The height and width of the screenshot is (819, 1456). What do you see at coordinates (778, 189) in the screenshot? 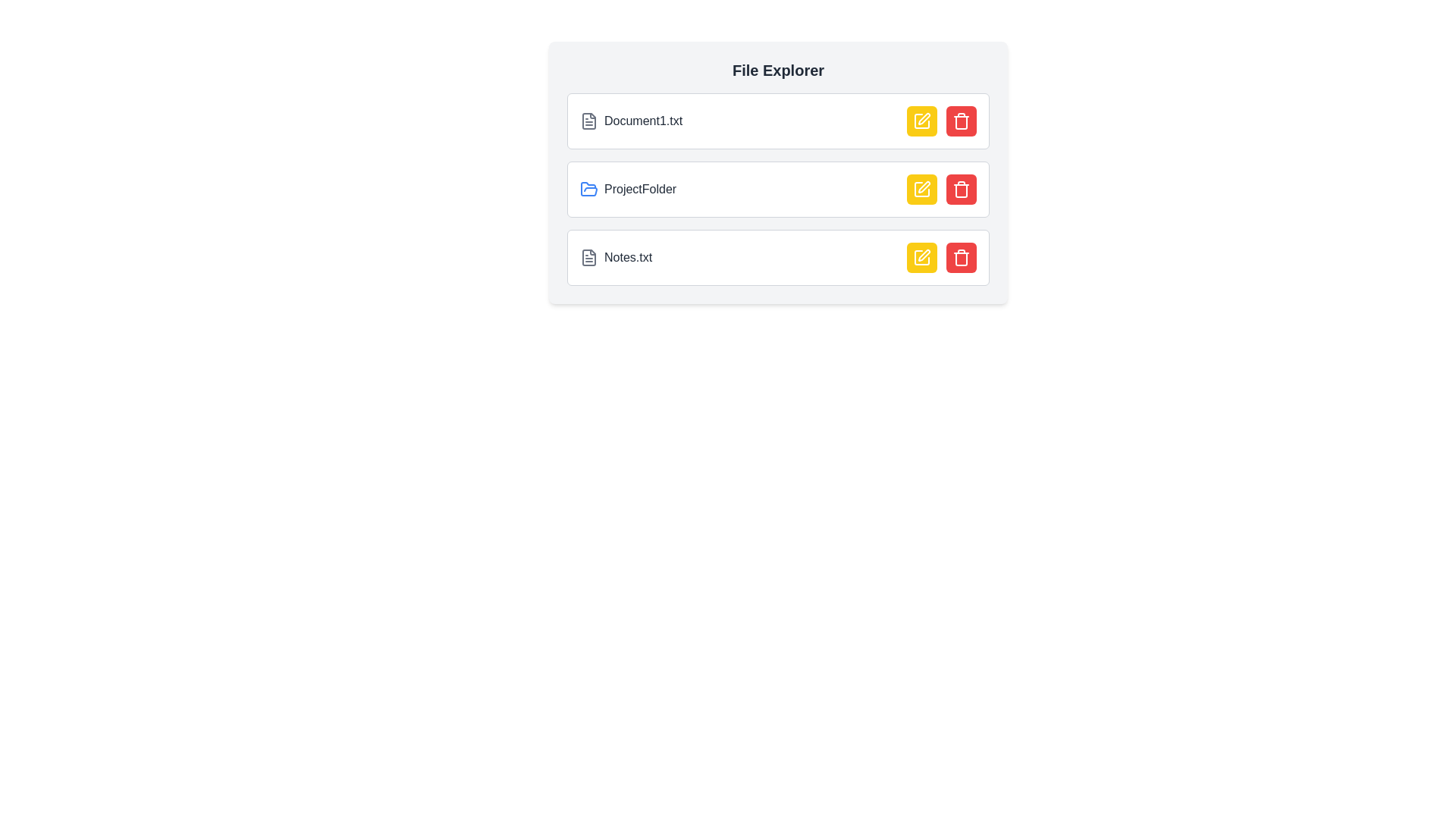
I see `the second row of the List Item in the File Explorer section, which is positioned between 'Document1.txt' and 'Notes.txt'` at bounding box center [778, 189].